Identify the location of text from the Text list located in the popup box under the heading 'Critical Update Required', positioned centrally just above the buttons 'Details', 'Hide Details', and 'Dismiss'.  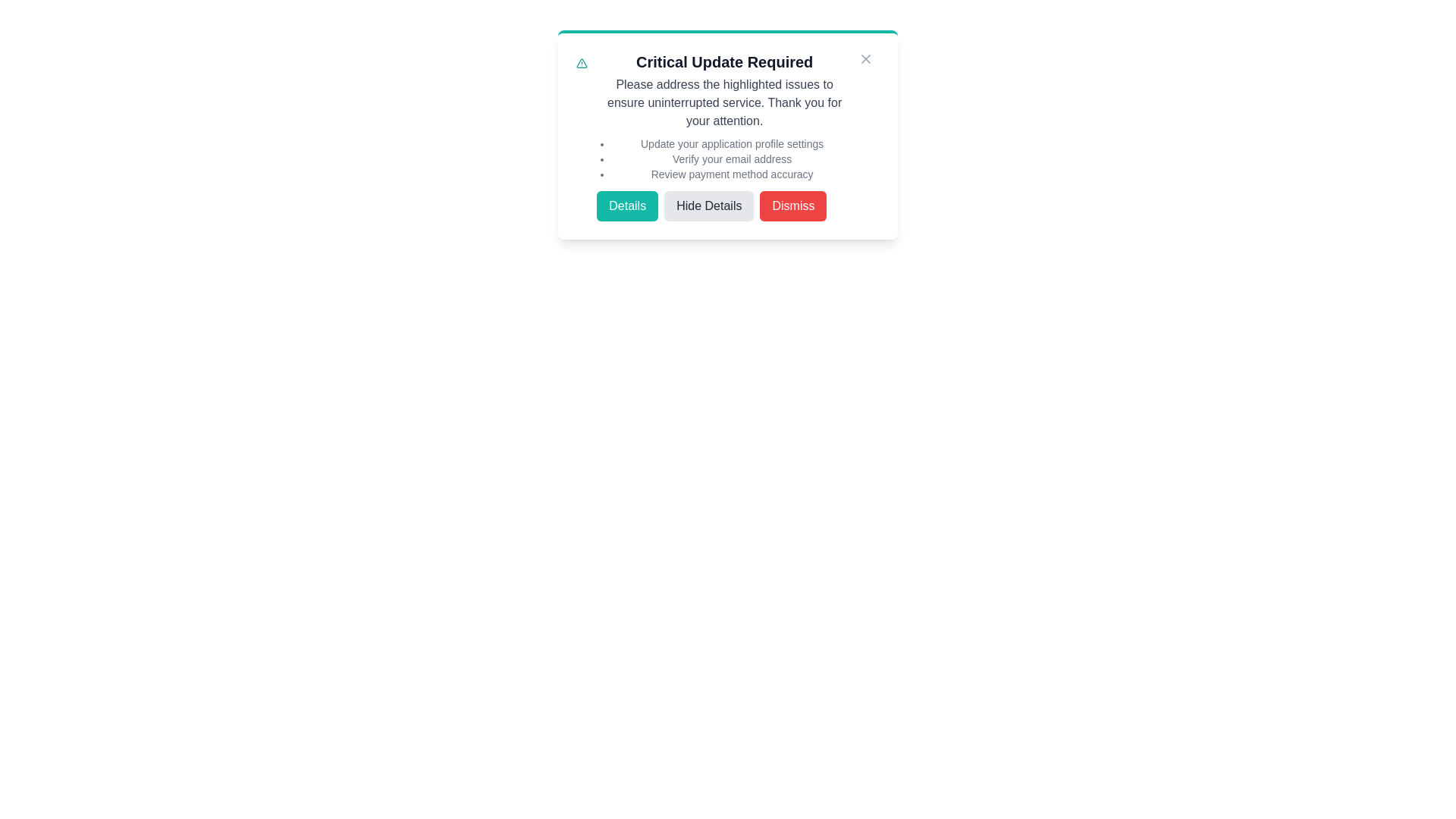
(732, 158).